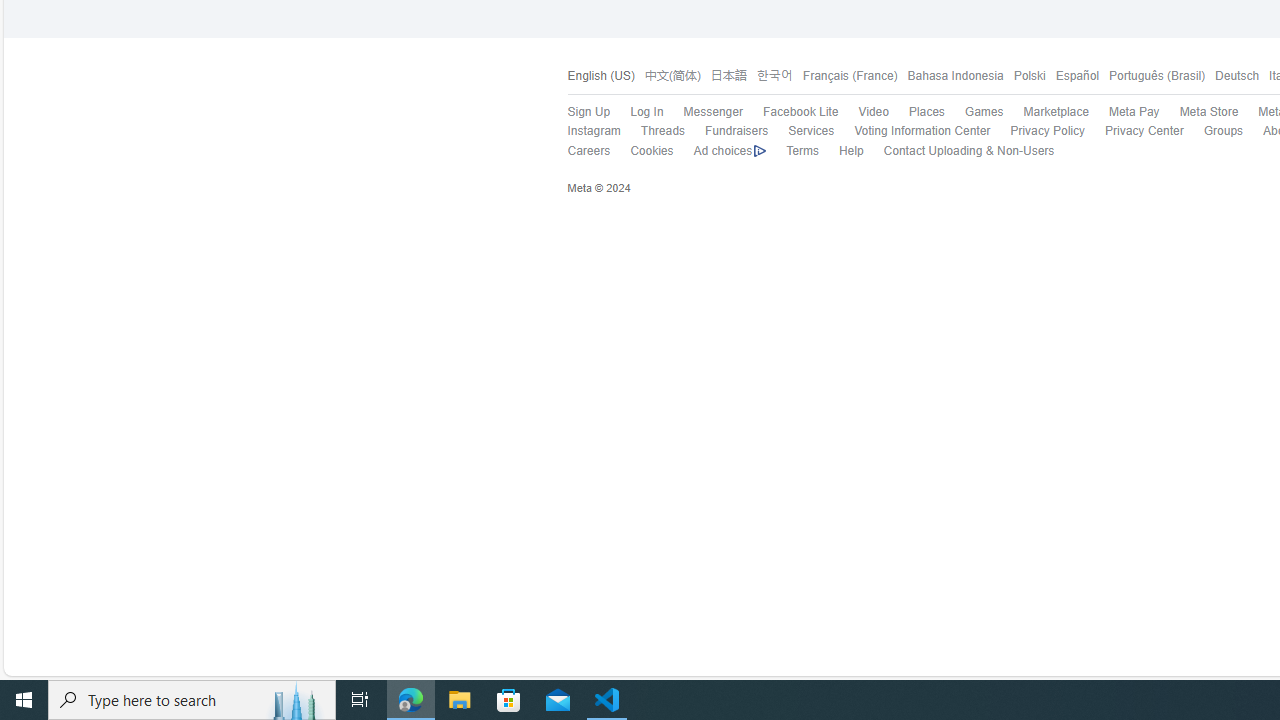 This screenshot has height=720, width=1280. I want to click on 'Places', so click(925, 112).